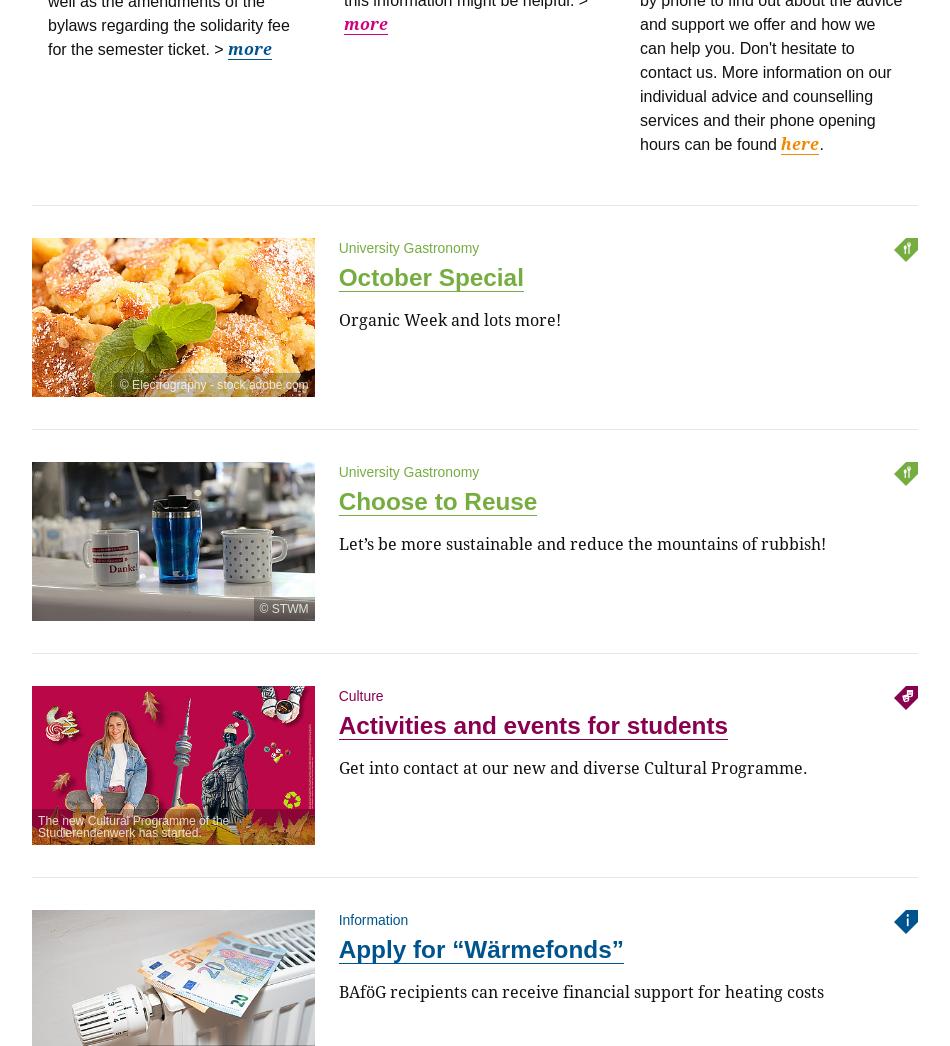 This screenshot has height=1046, width=950. What do you see at coordinates (480, 947) in the screenshot?
I see `'Apply for “Wärmefonds”'` at bounding box center [480, 947].